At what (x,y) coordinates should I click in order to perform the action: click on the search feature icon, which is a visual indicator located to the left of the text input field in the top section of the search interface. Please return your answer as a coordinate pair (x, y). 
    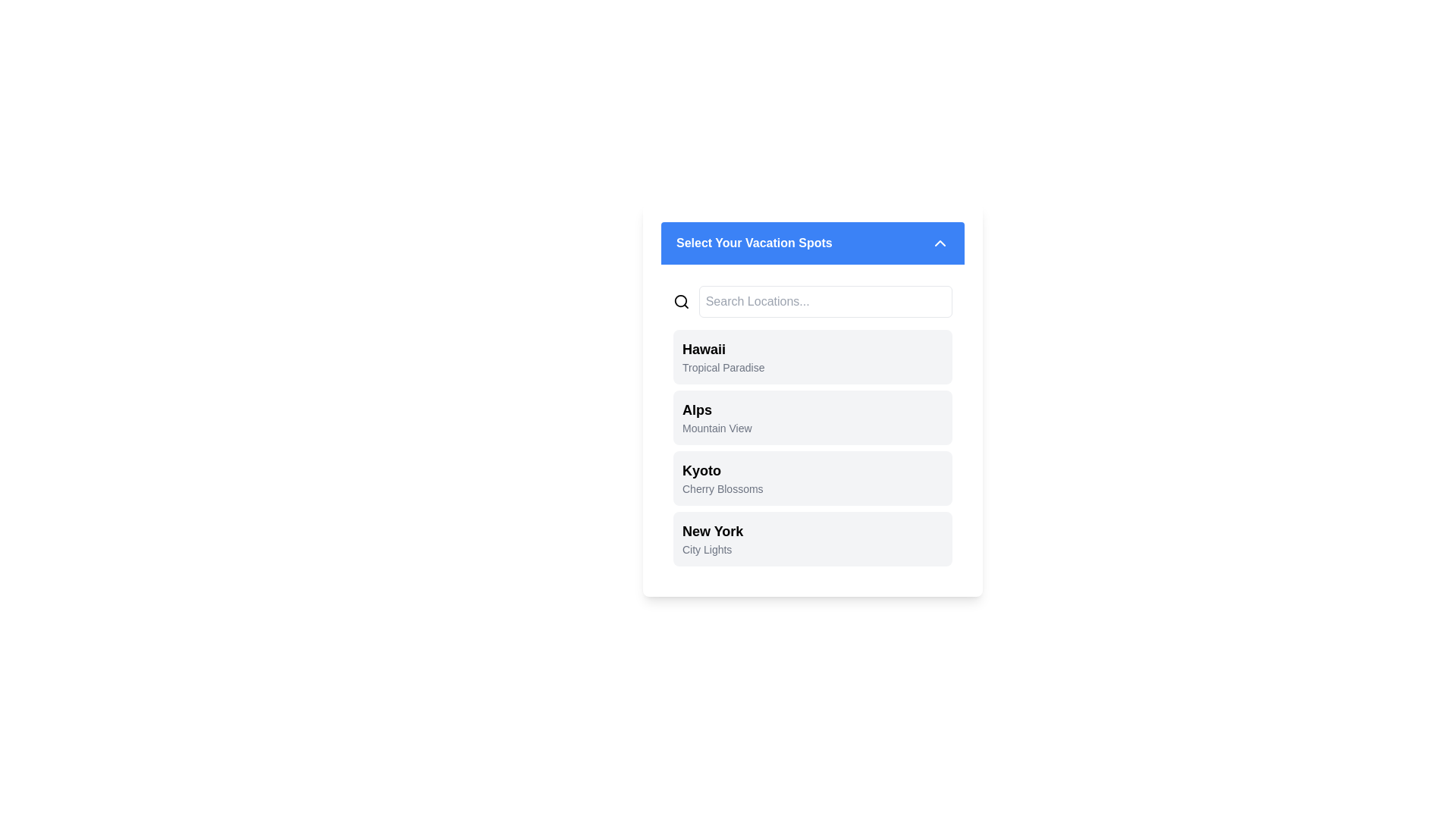
    Looking at the image, I should click on (680, 301).